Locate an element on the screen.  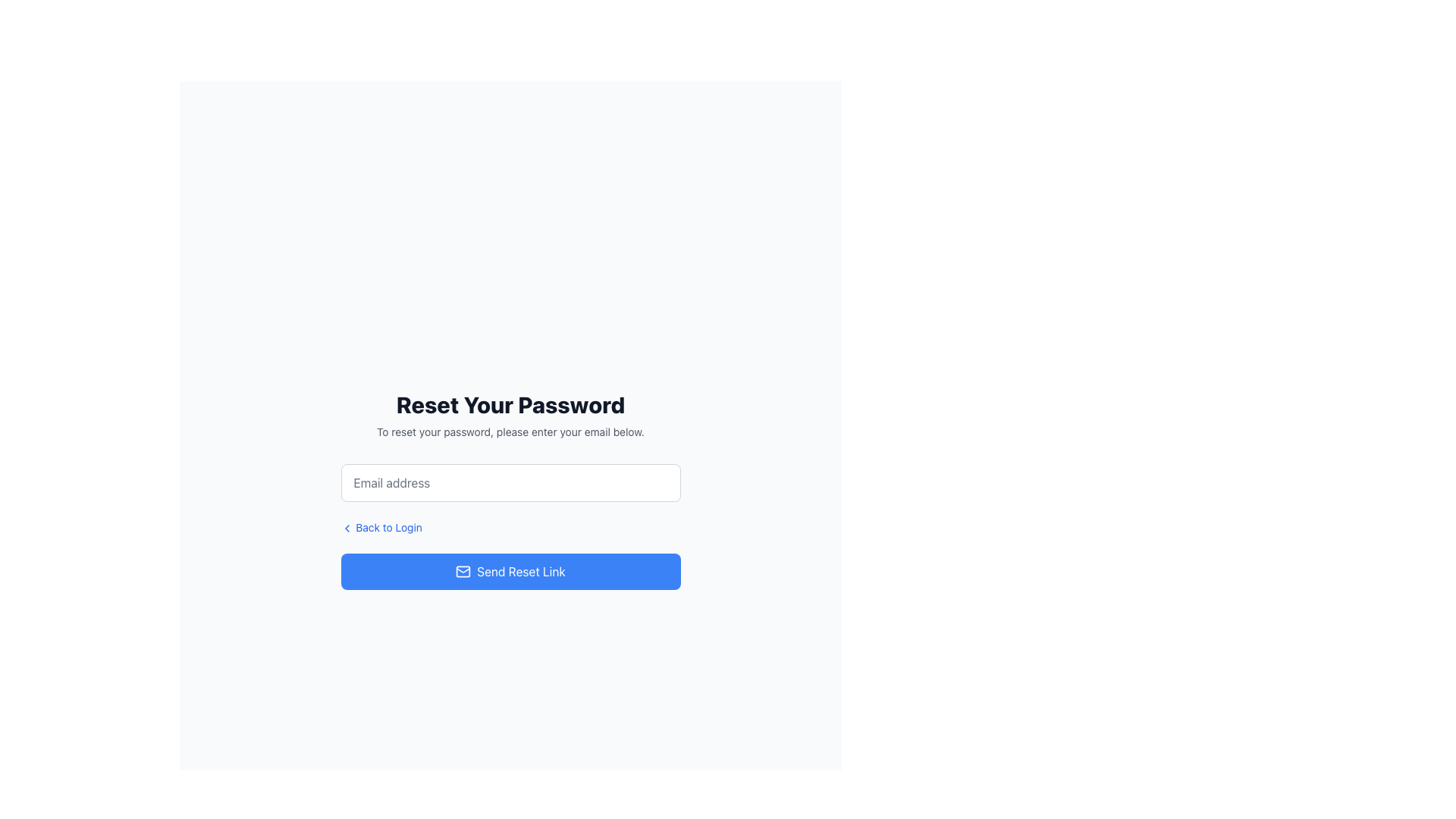
the email sending icon located on the left side of the 'Send Reset Link' button is located at coordinates (463, 571).